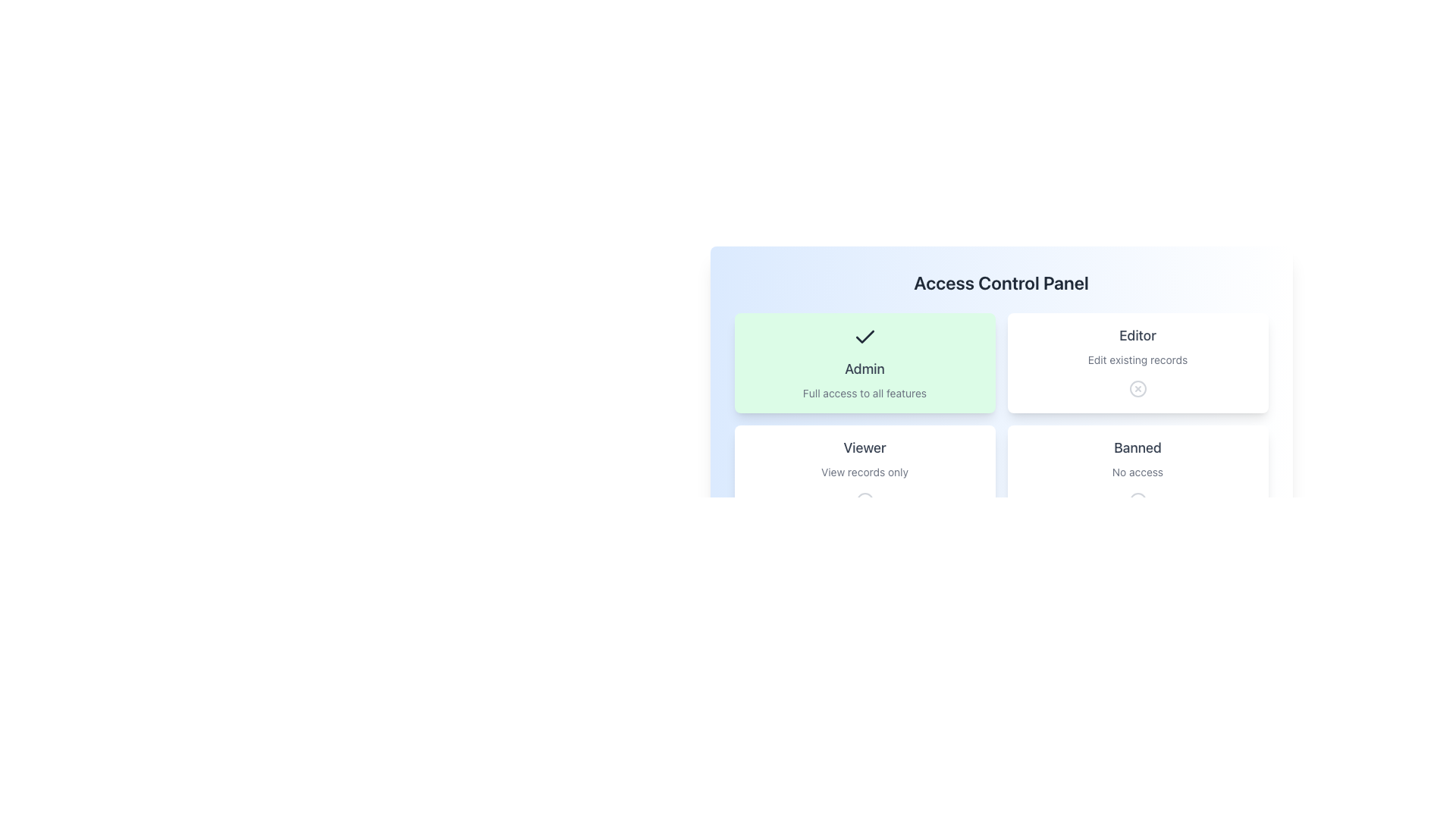 The image size is (1456, 819). I want to click on the text description located beneath the 'Viewer' title within the card labeled 'Viewer', so click(864, 472).